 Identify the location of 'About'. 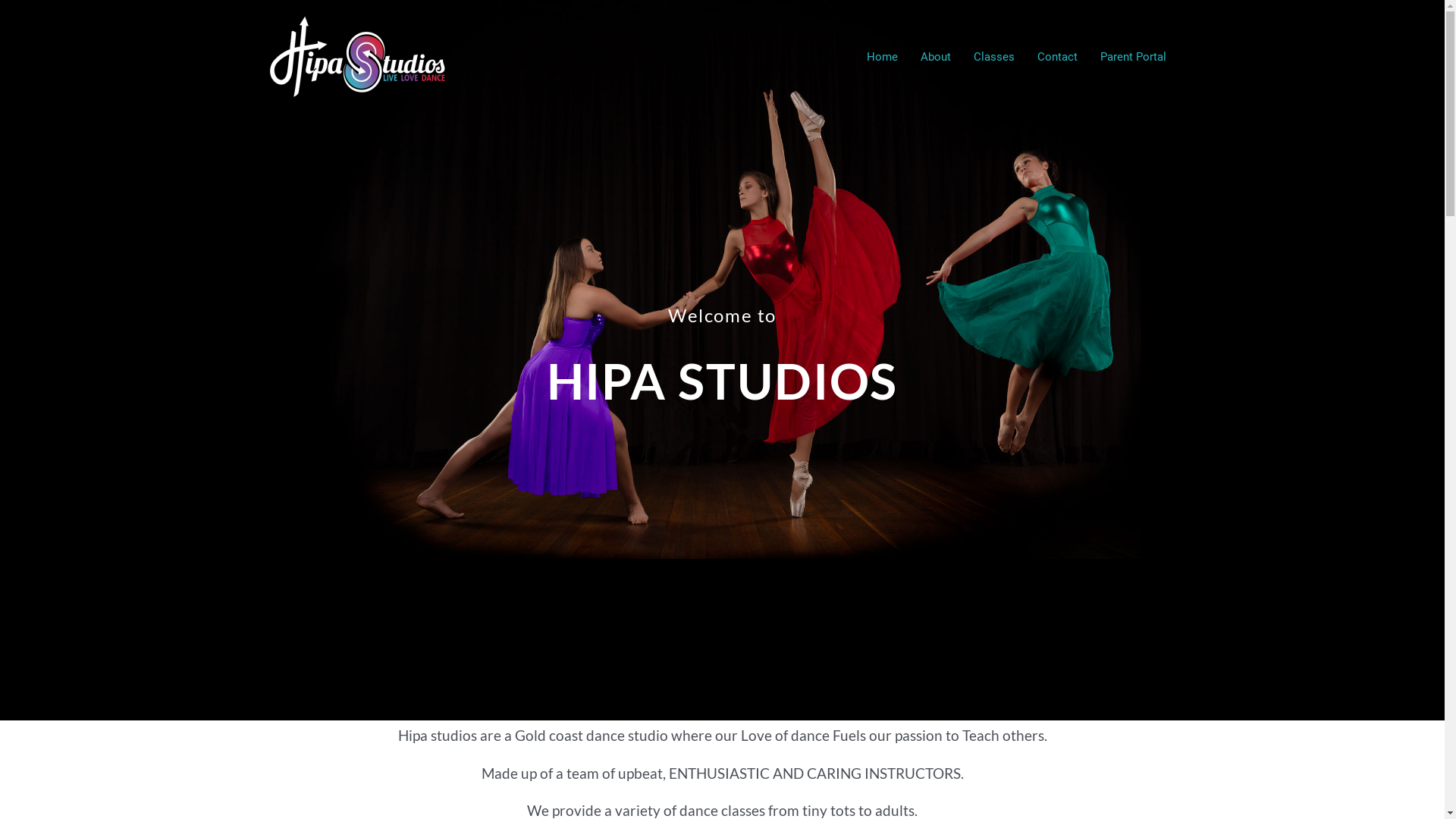
(934, 55).